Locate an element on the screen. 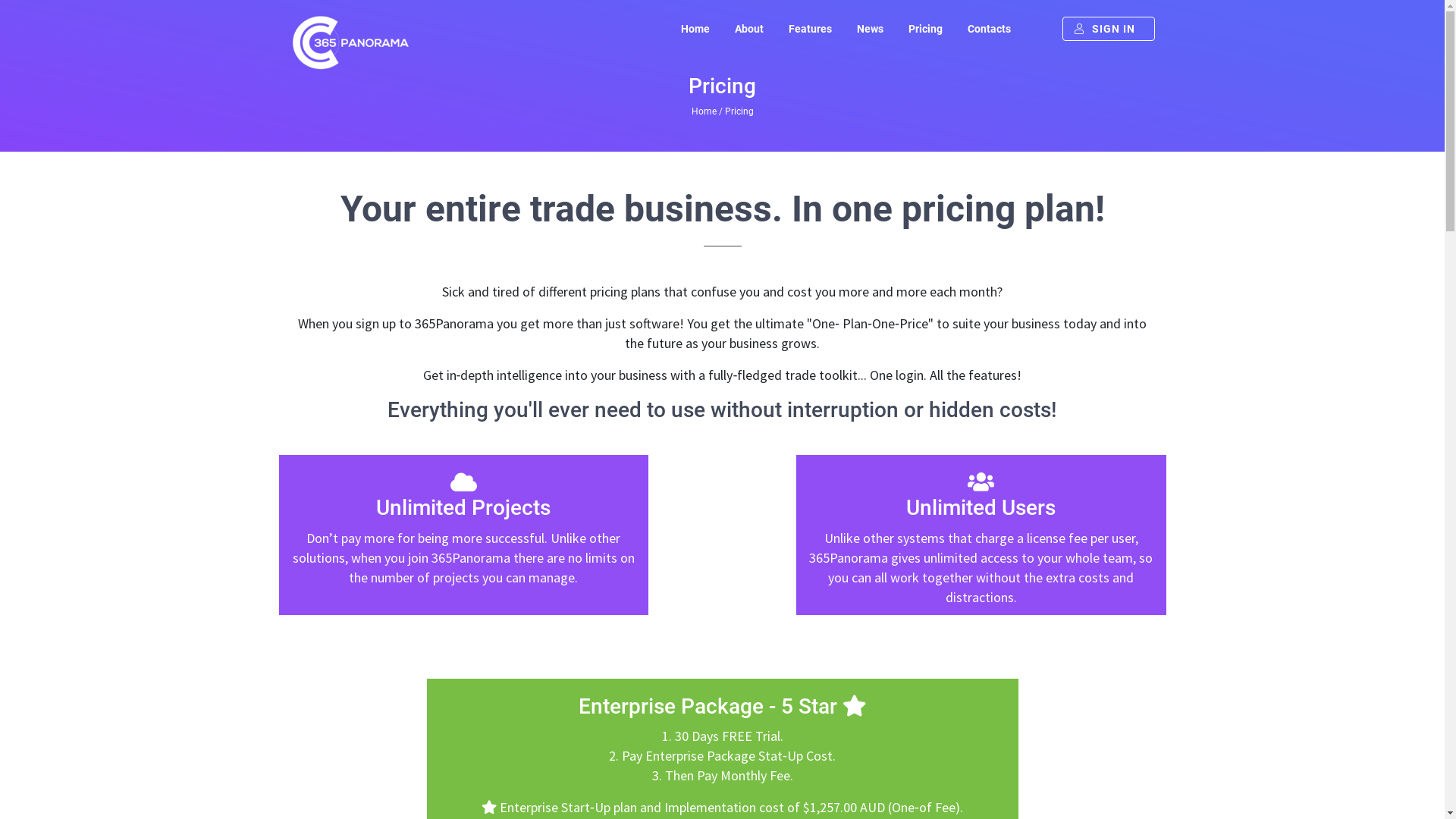 Image resolution: width=1456 pixels, height=819 pixels. 'Pricing' is located at coordinates (924, 29).